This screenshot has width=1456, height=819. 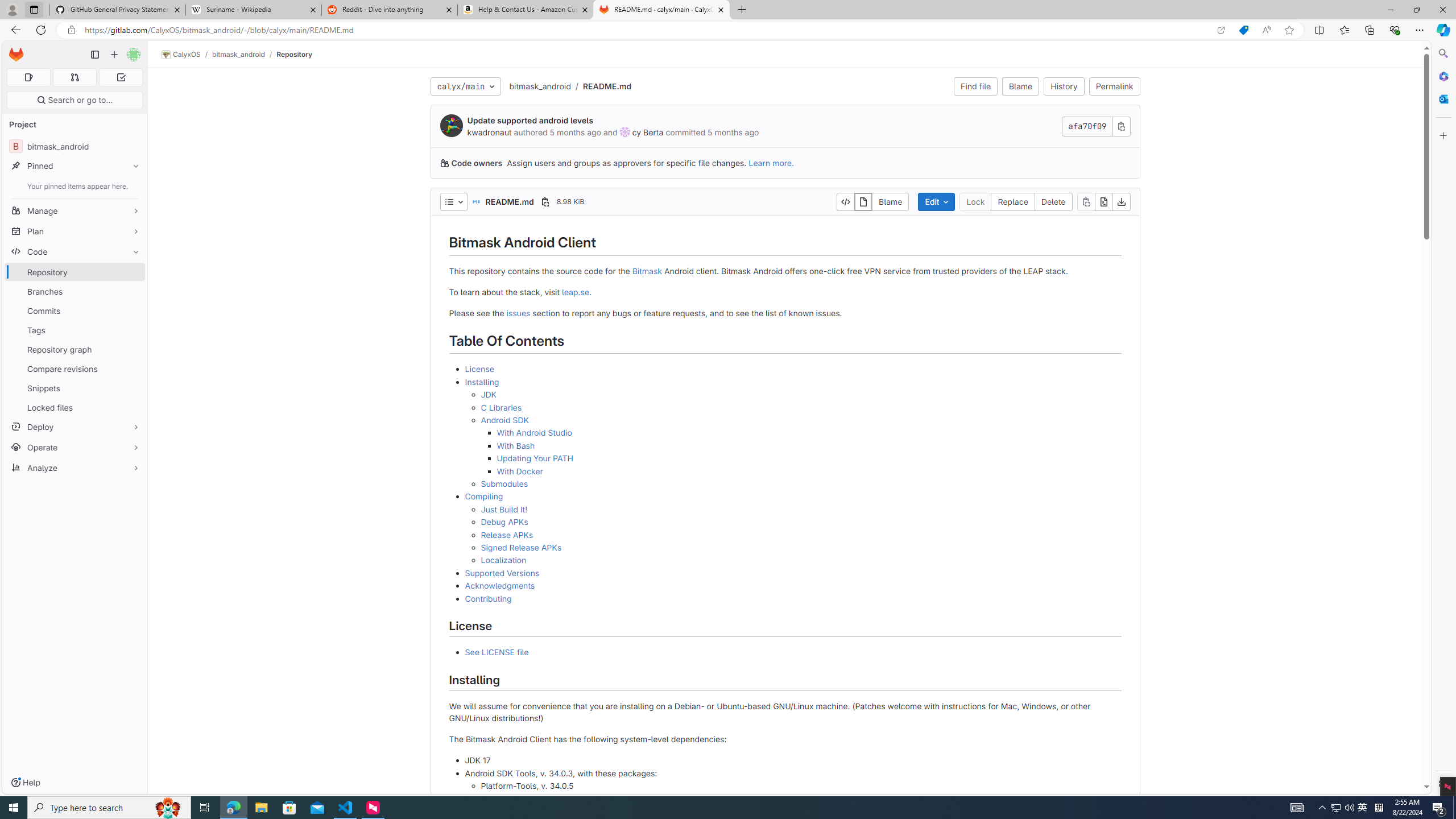 What do you see at coordinates (482, 381) in the screenshot?
I see `'Installing'` at bounding box center [482, 381].